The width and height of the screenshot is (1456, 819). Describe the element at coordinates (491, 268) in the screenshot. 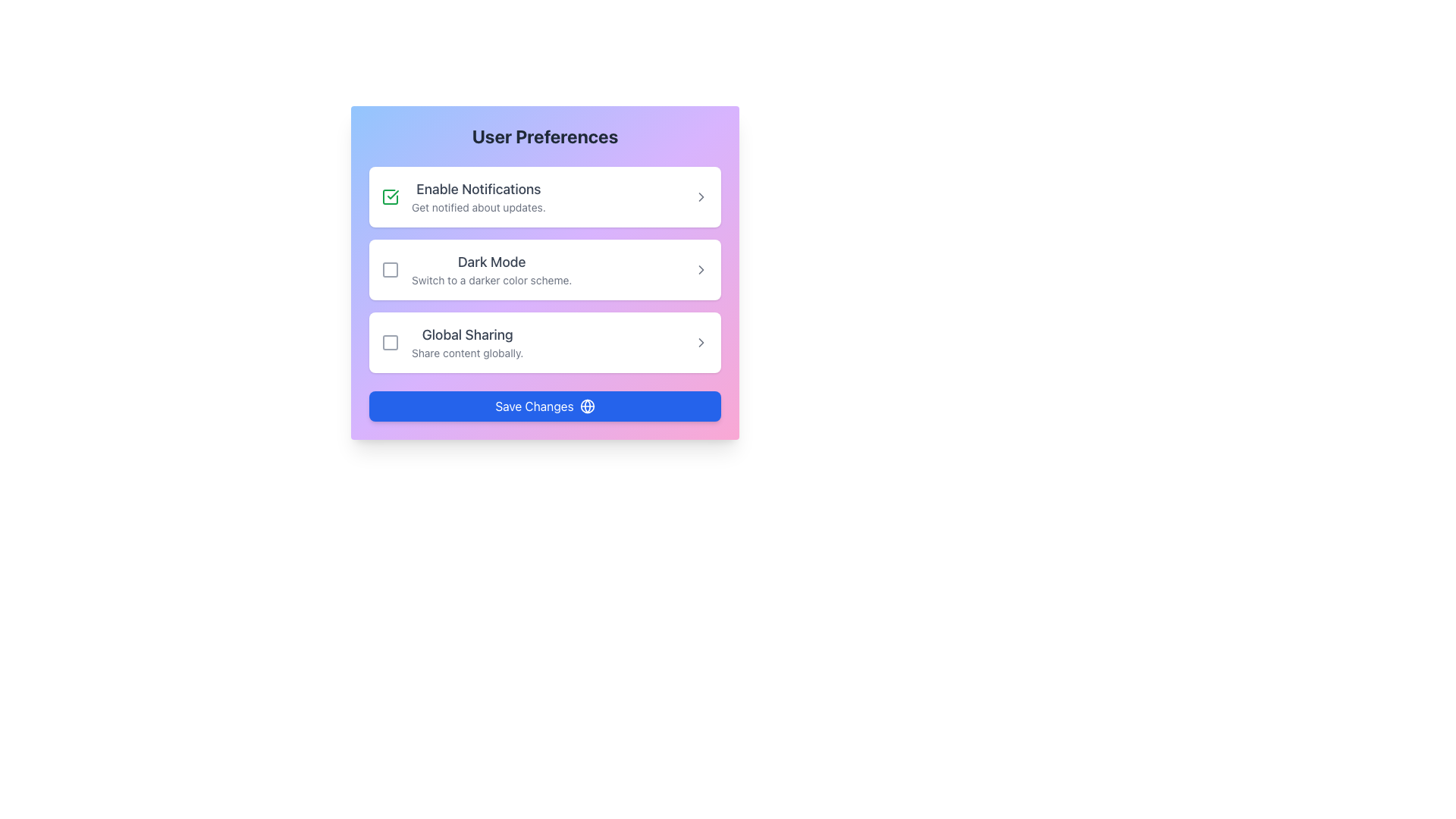

I see `text associated with the 'Dark Mode' checkbox, which is the second entry in the 'User Preferences' section, located below 'Enable Notifications' and above 'Global Sharing'` at that location.